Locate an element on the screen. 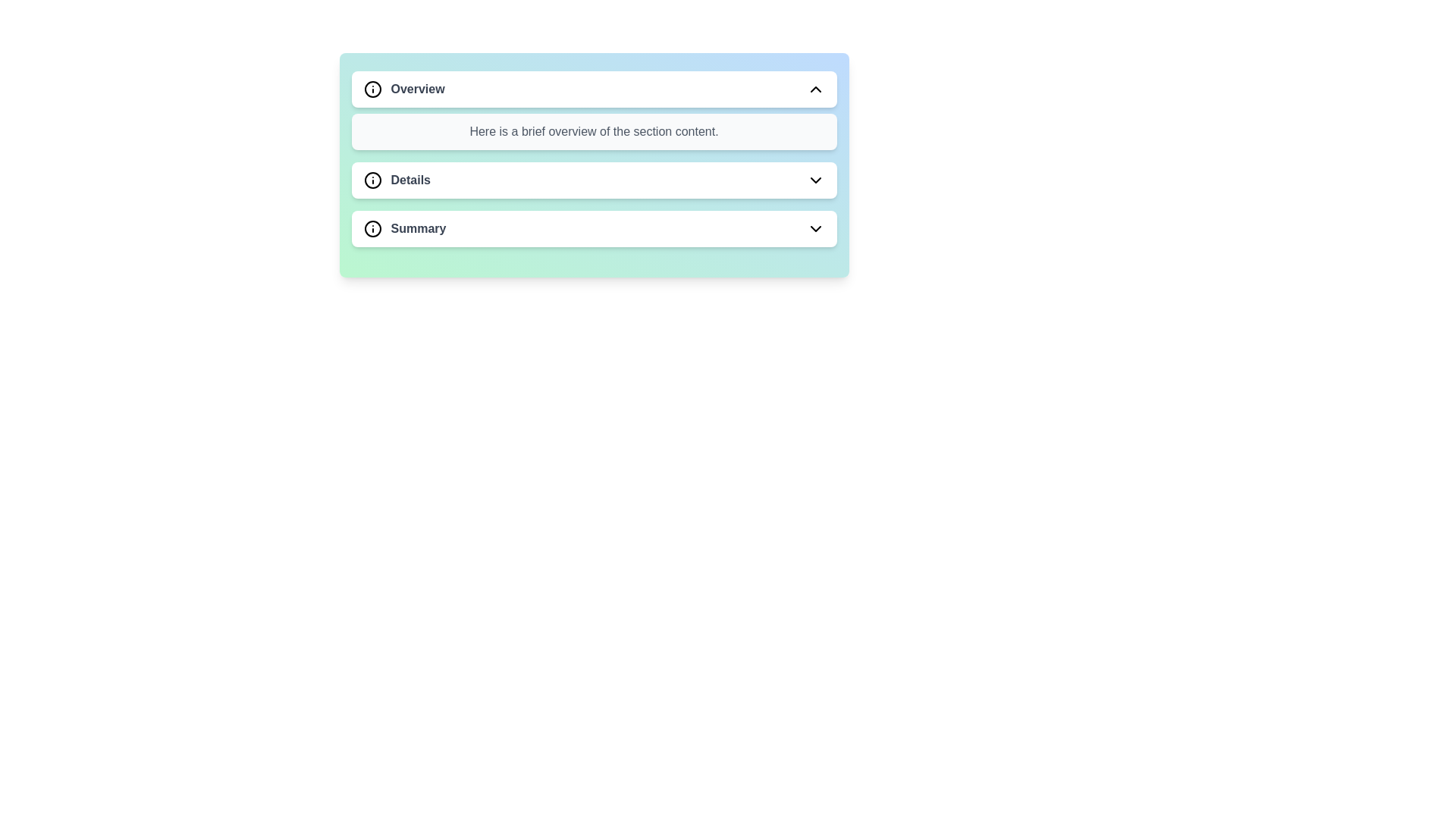  the informational icon located to the left of the 'Details' text to receive additional information is located at coordinates (372, 180).